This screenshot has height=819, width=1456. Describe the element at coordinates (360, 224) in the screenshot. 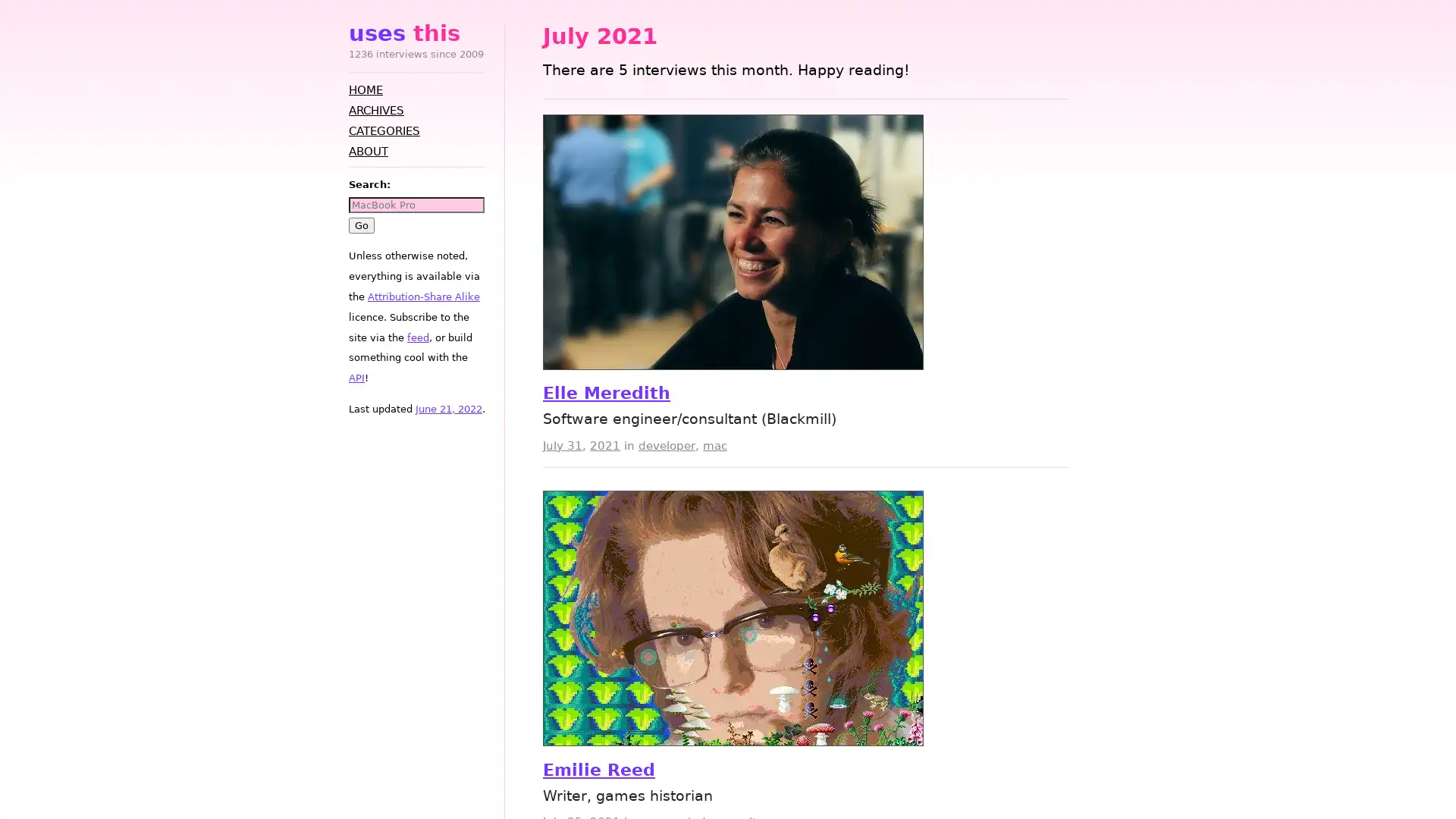

I see `Go` at that location.